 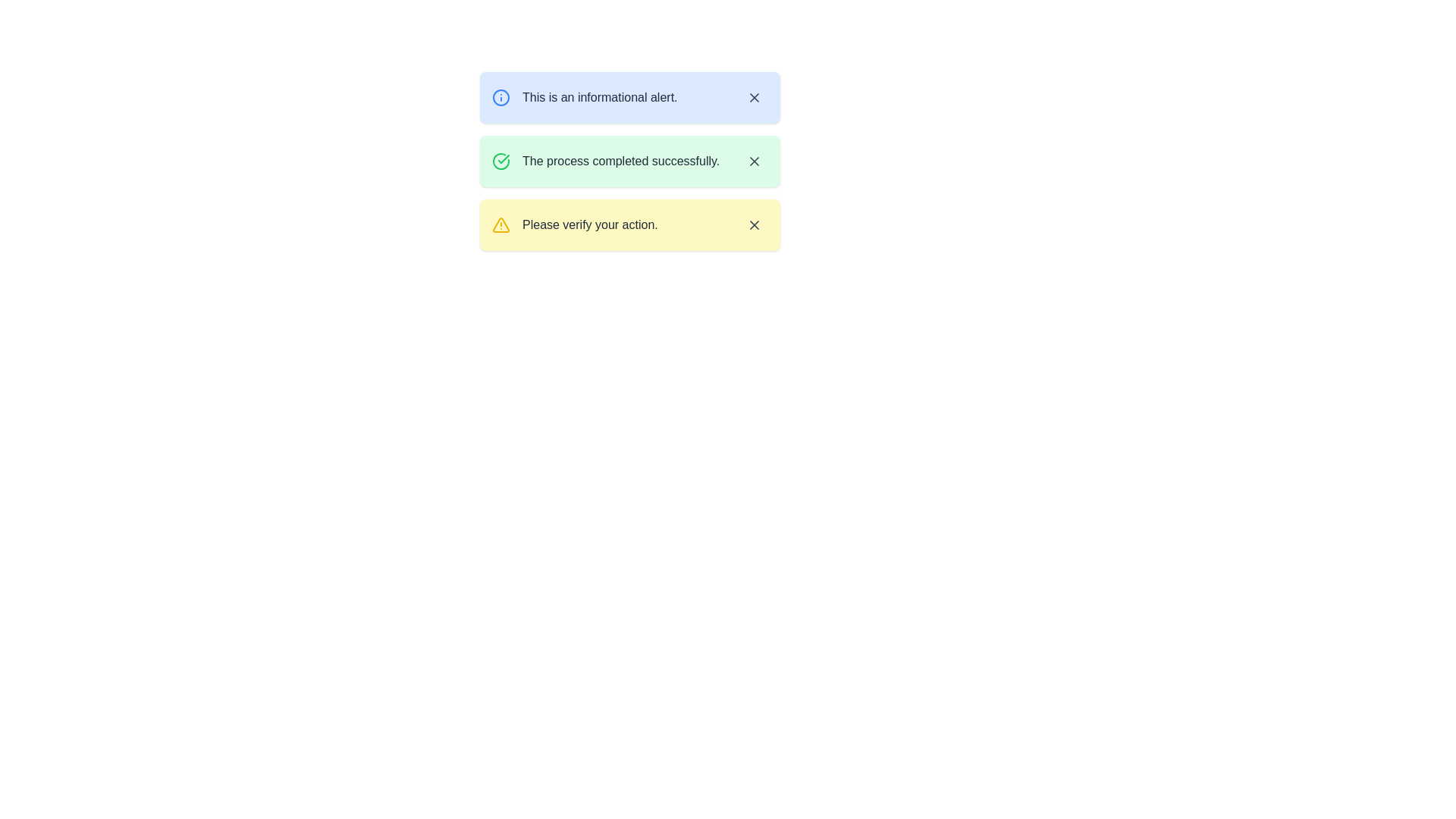 I want to click on text displayed in the text label that says 'Please verify your action.' which is styled in a dark gray font and located in a yellow background alert box, so click(x=589, y=225).